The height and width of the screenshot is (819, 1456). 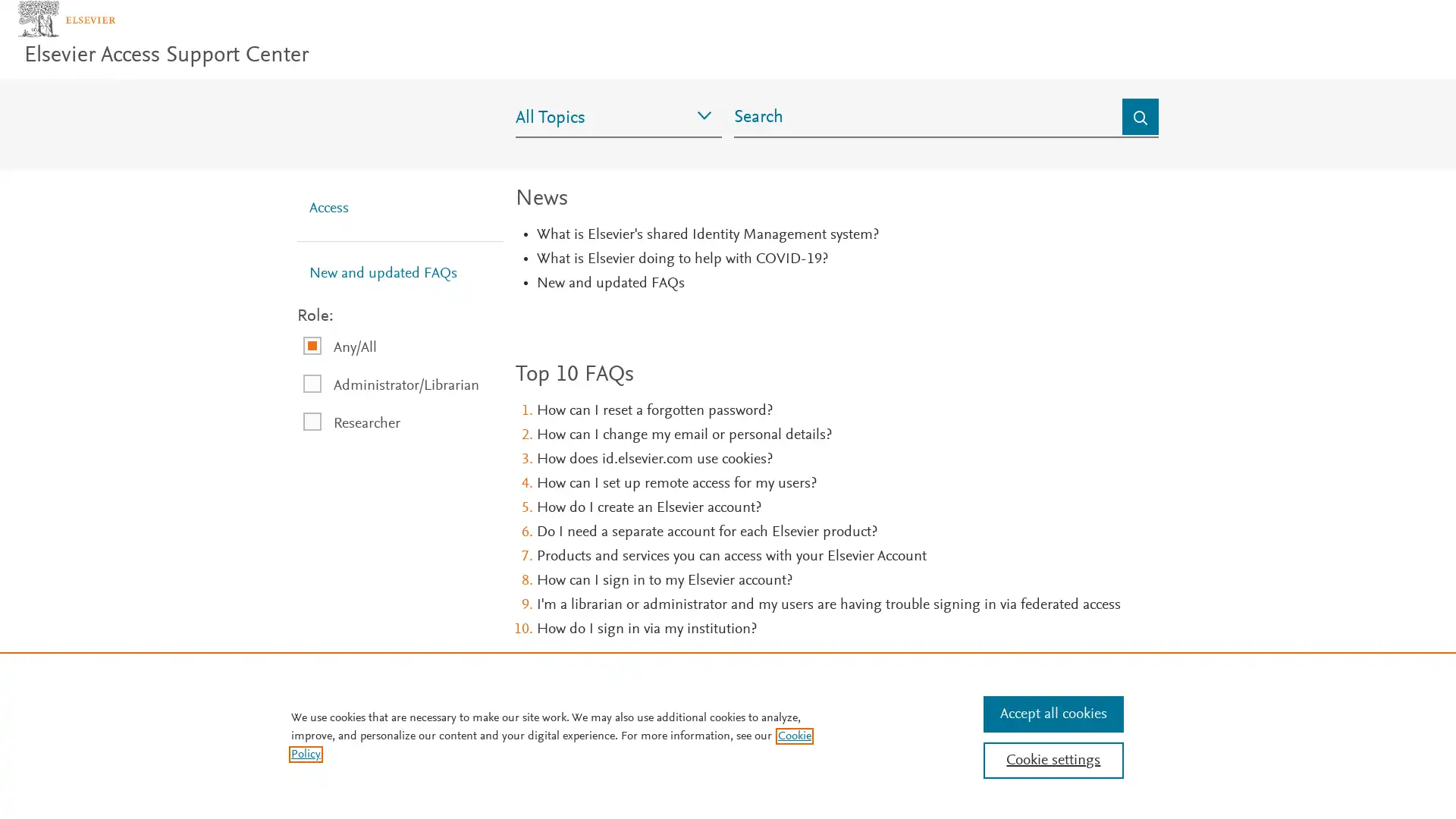 I want to click on Accept all cookies, so click(x=1052, y=714).